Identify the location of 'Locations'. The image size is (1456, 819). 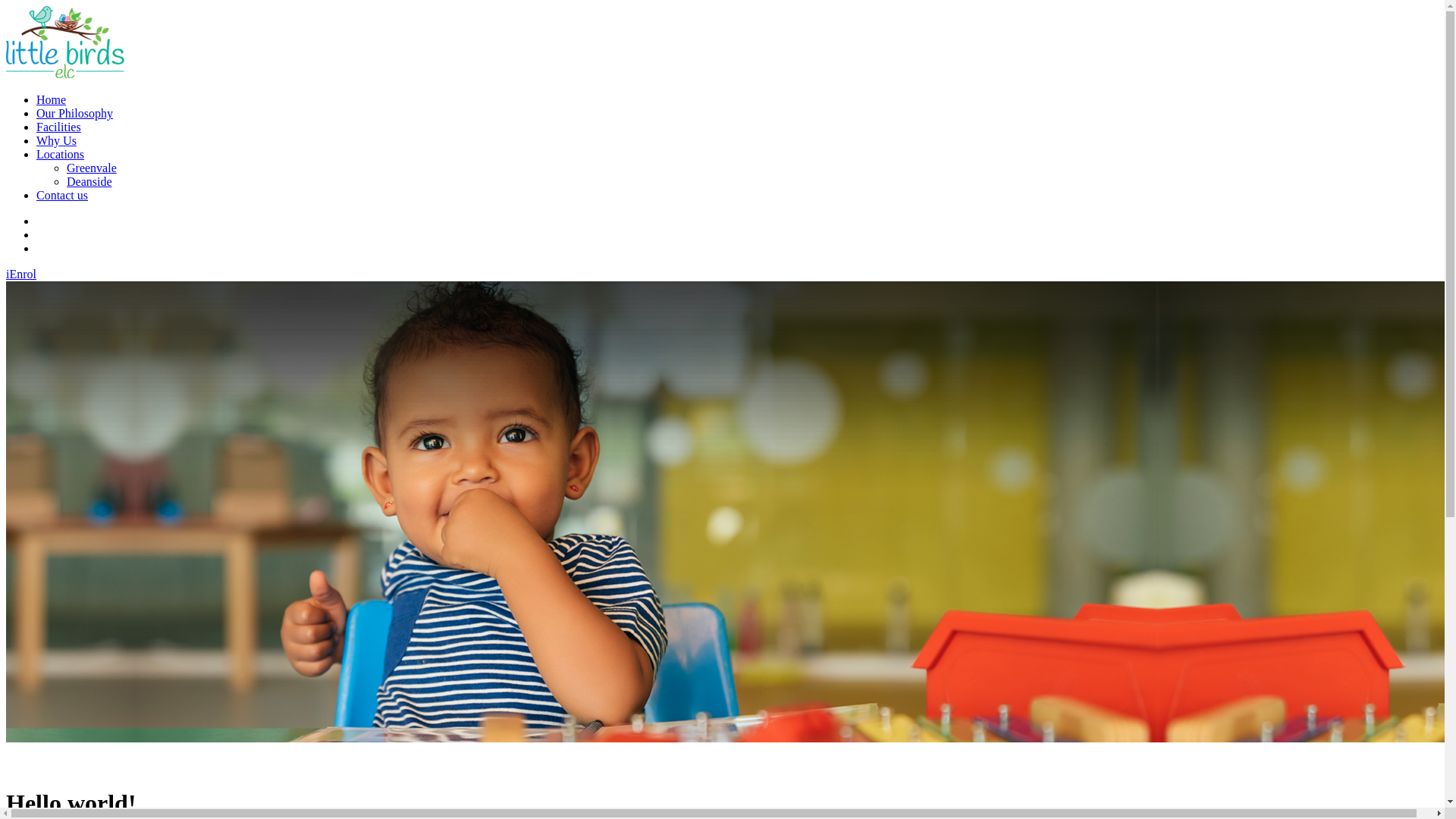
(60, 154).